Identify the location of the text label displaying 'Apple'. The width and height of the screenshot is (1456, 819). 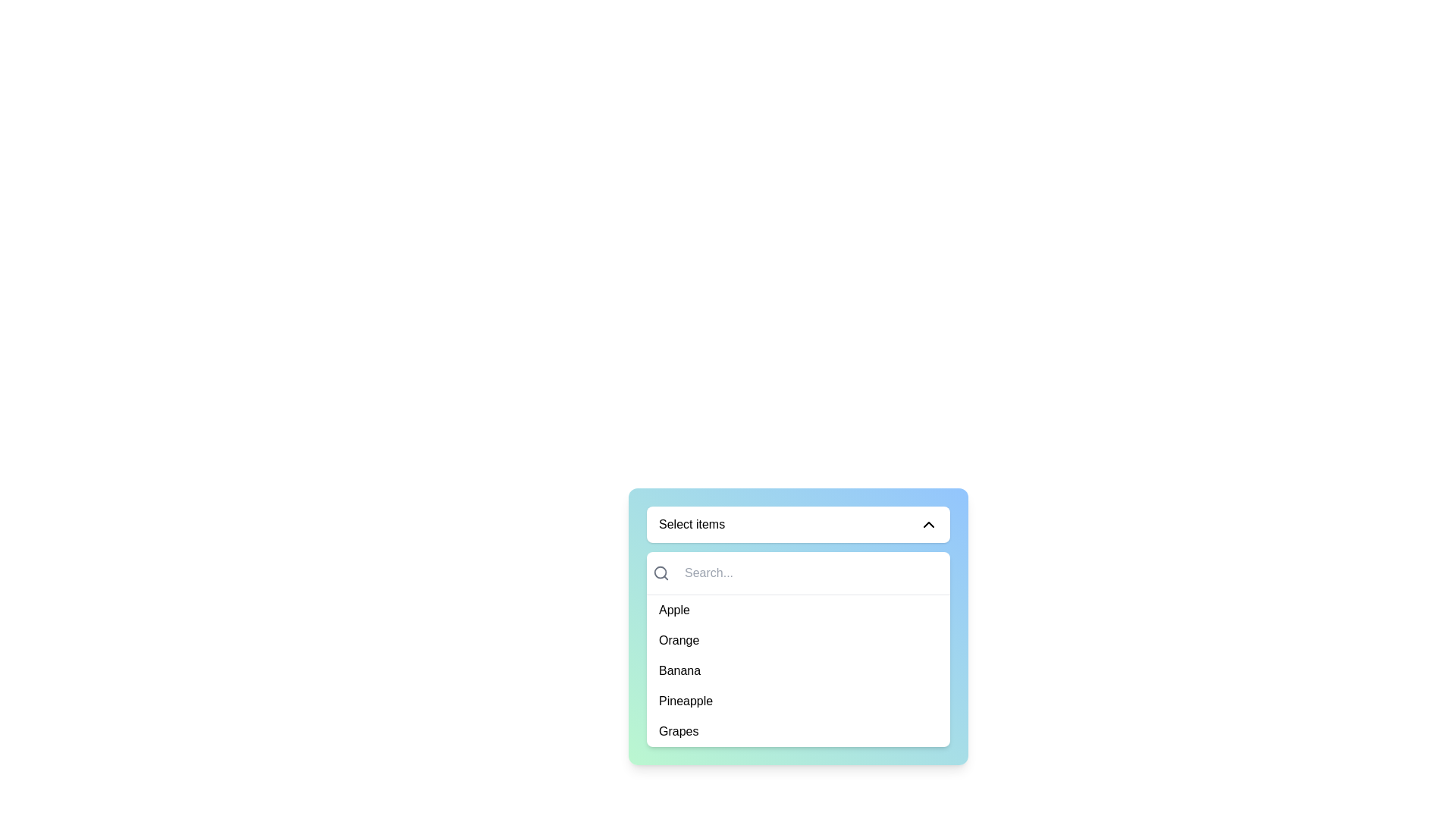
(673, 610).